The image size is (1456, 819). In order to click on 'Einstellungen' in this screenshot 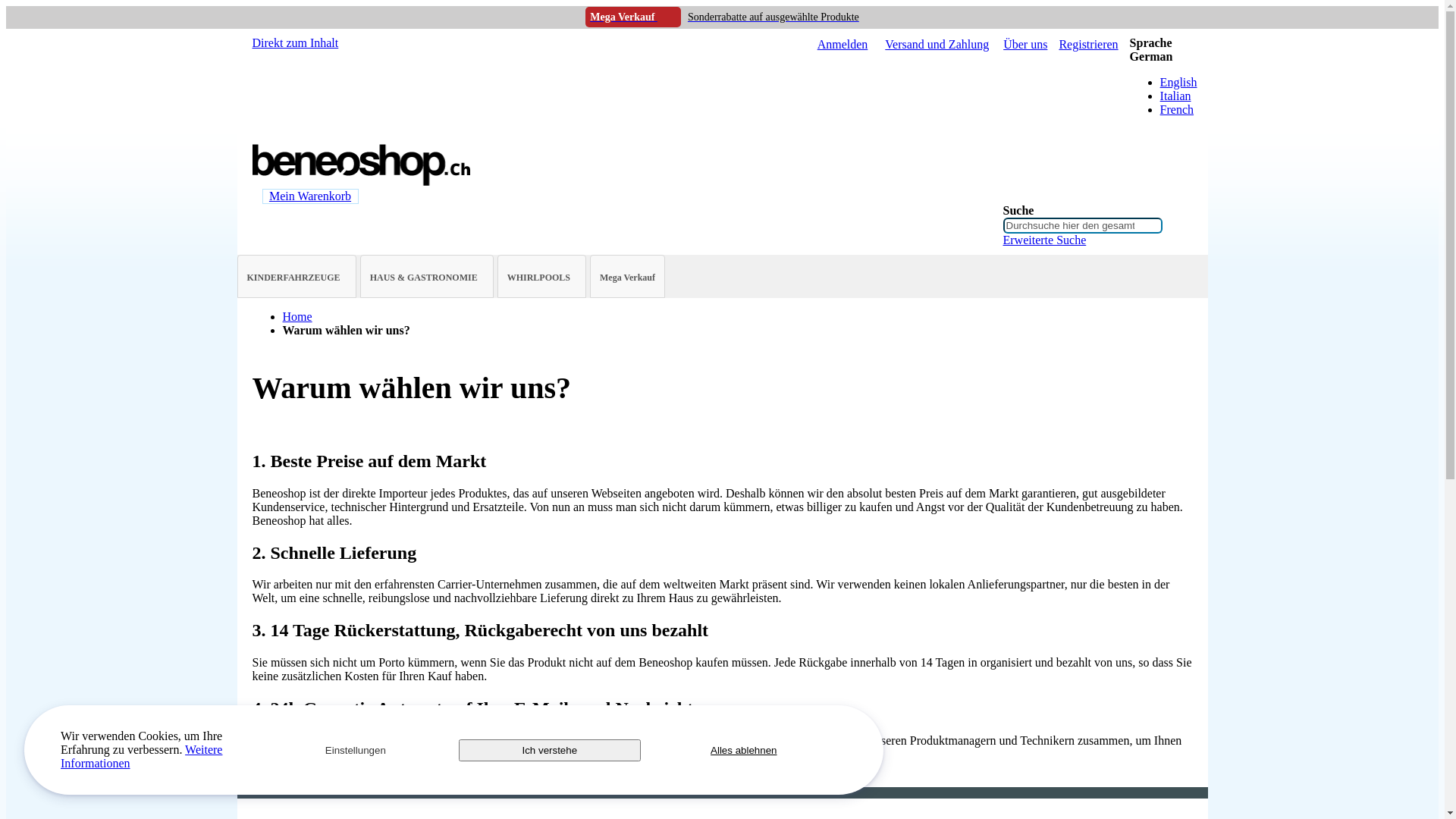, I will do `click(355, 748)`.